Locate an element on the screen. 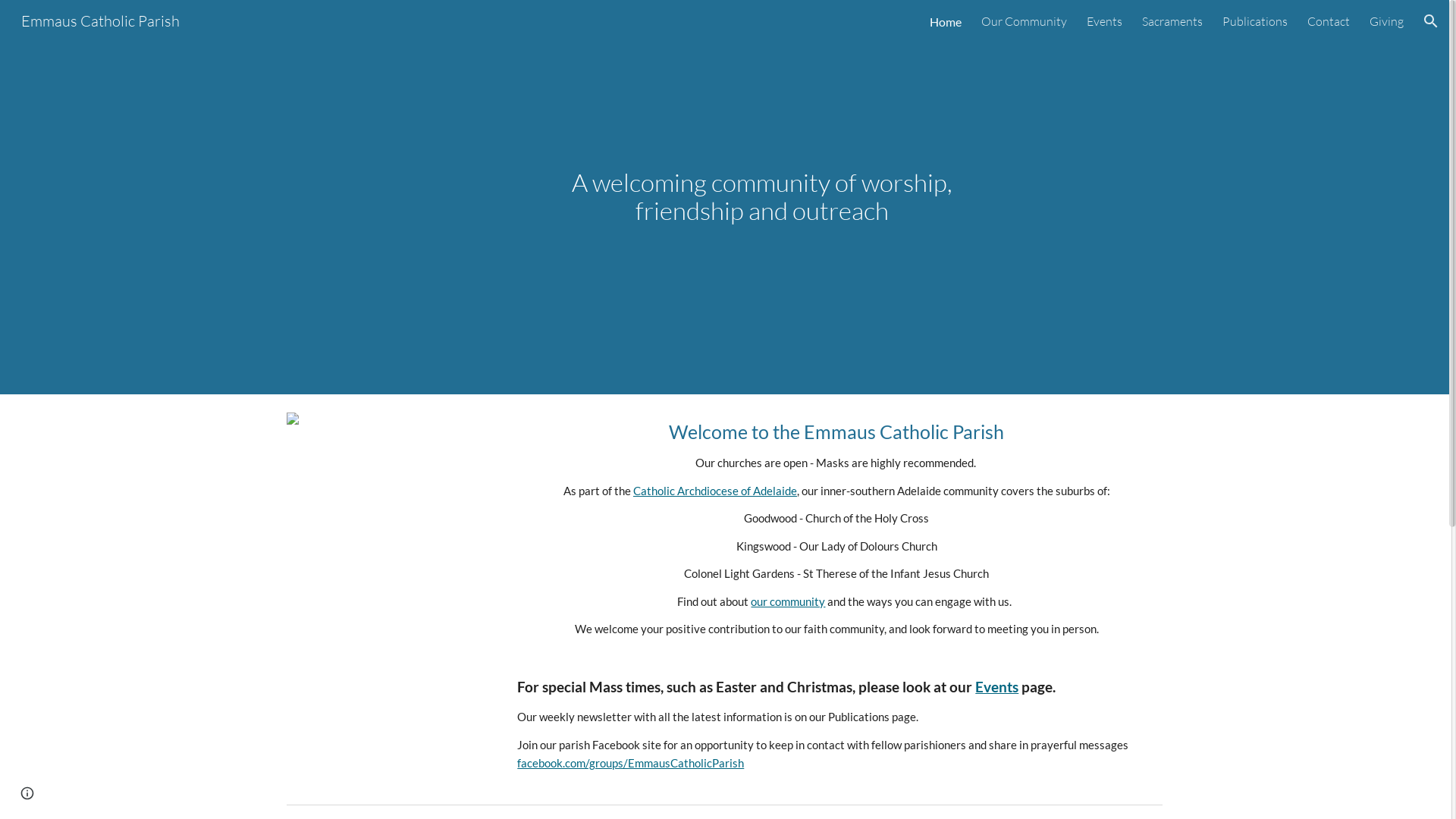 This screenshot has width=1456, height=819. 'Events' is located at coordinates (996, 687).